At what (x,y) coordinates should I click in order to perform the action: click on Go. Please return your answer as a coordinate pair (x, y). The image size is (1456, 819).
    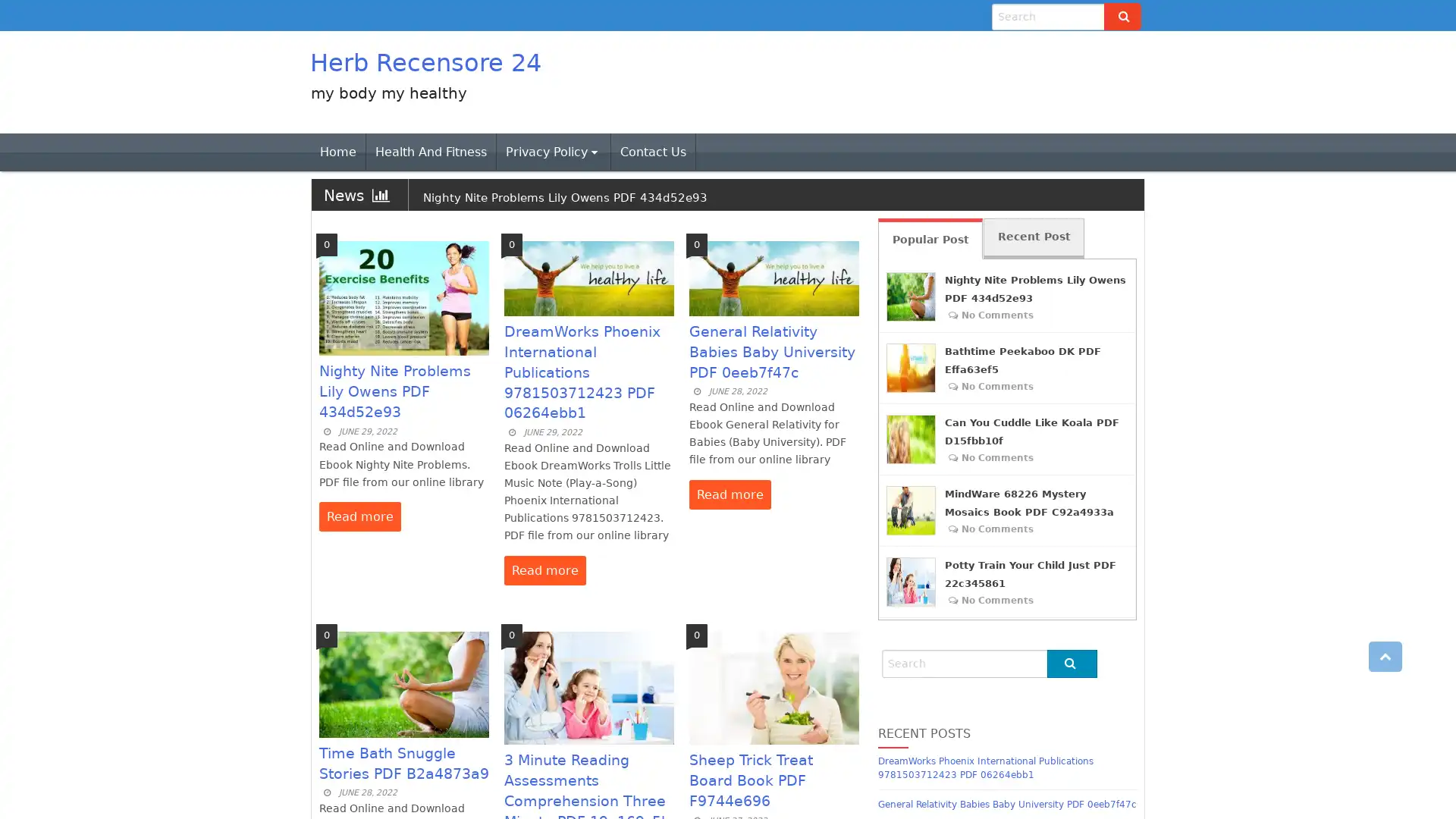
    Looking at the image, I should click on (1072, 662).